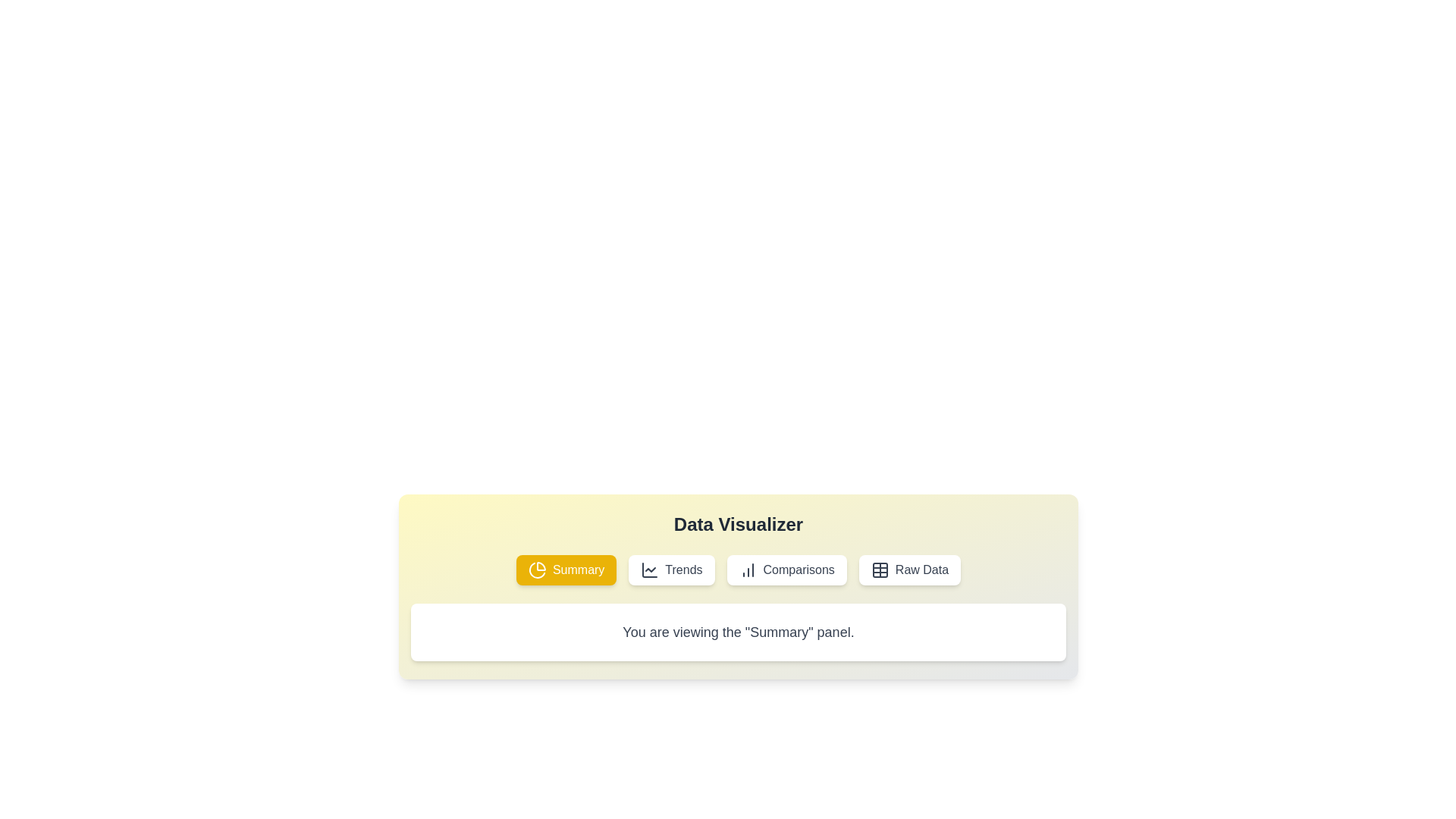 The height and width of the screenshot is (819, 1456). I want to click on the 'Raw Data' button with a square table icon, which is the fourth button in a row of four buttons, so click(910, 570).